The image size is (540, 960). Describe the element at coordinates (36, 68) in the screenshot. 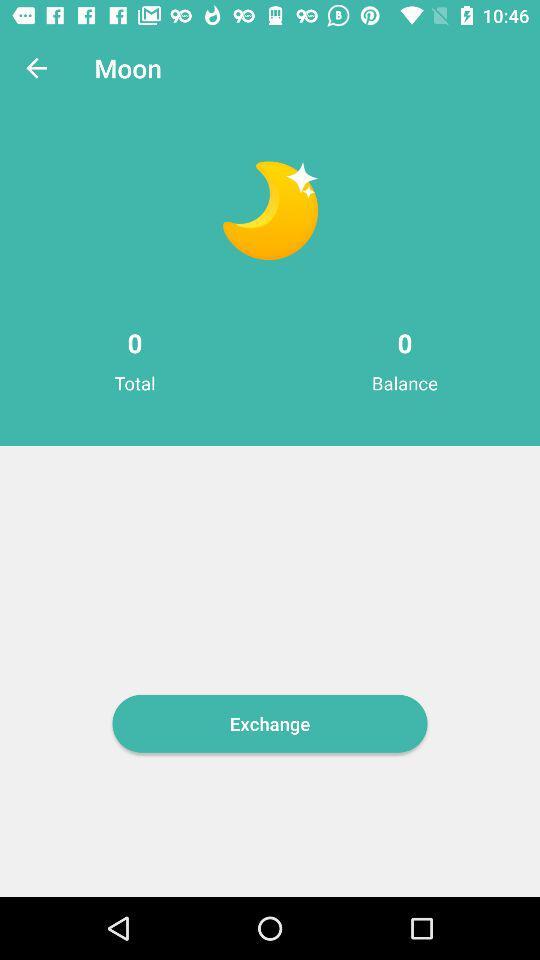

I see `the icon next to the moon item` at that location.